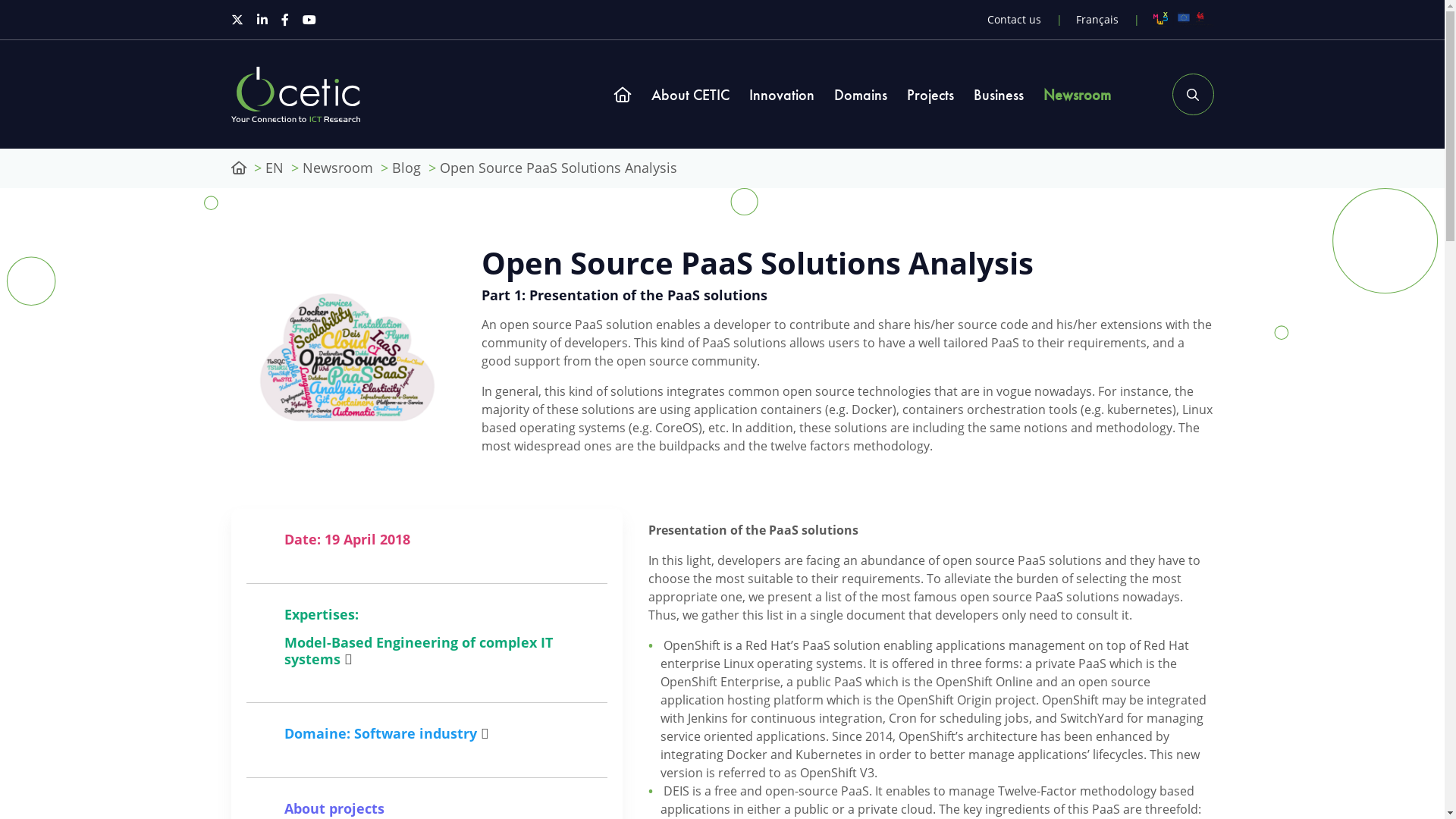 This screenshot has height=819, width=1456. What do you see at coordinates (860, 94) in the screenshot?
I see `'Domains'` at bounding box center [860, 94].